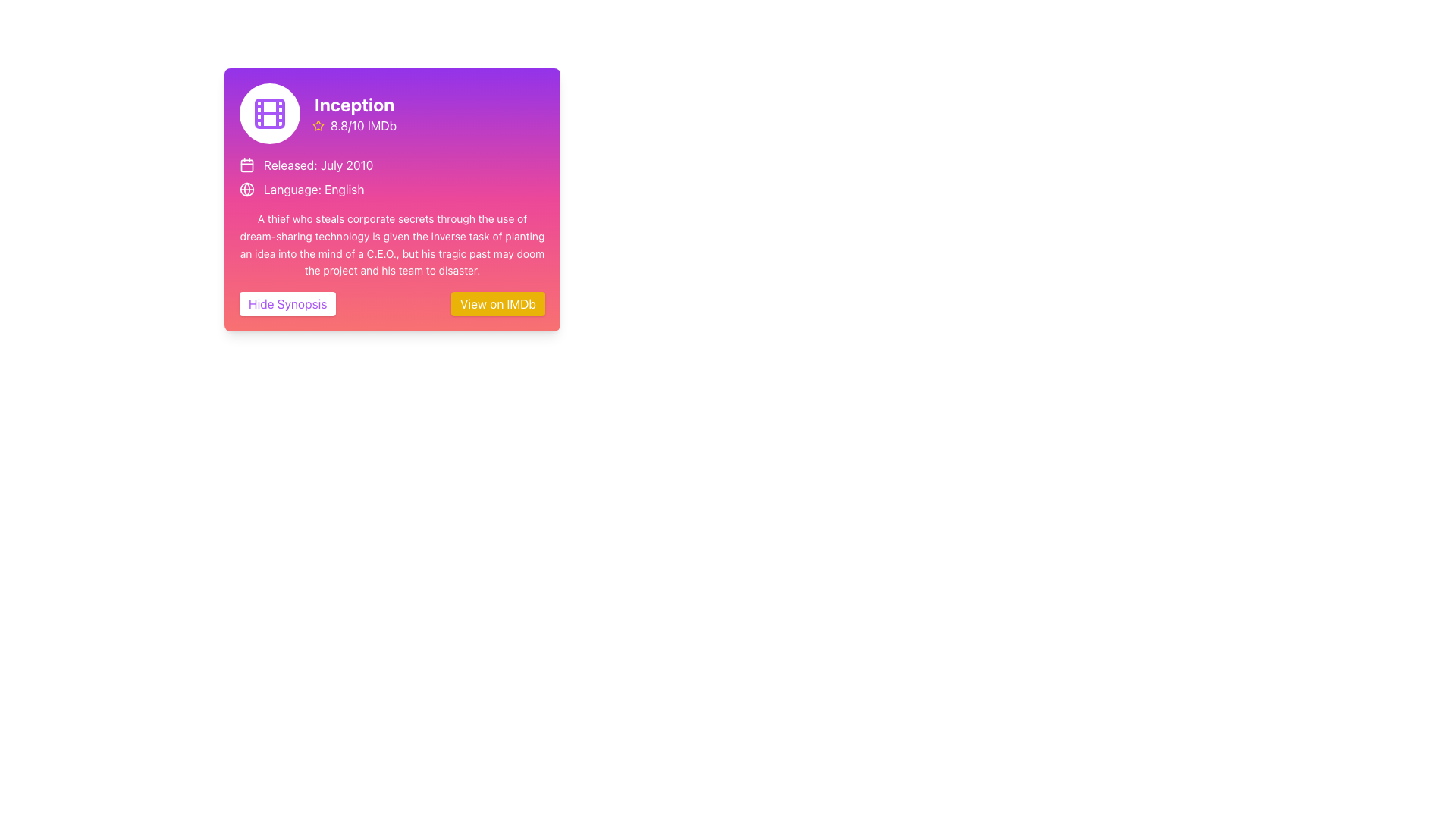 The height and width of the screenshot is (819, 1456). Describe the element at coordinates (353, 104) in the screenshot. I see `the bold-text title "Inception"` at that location.